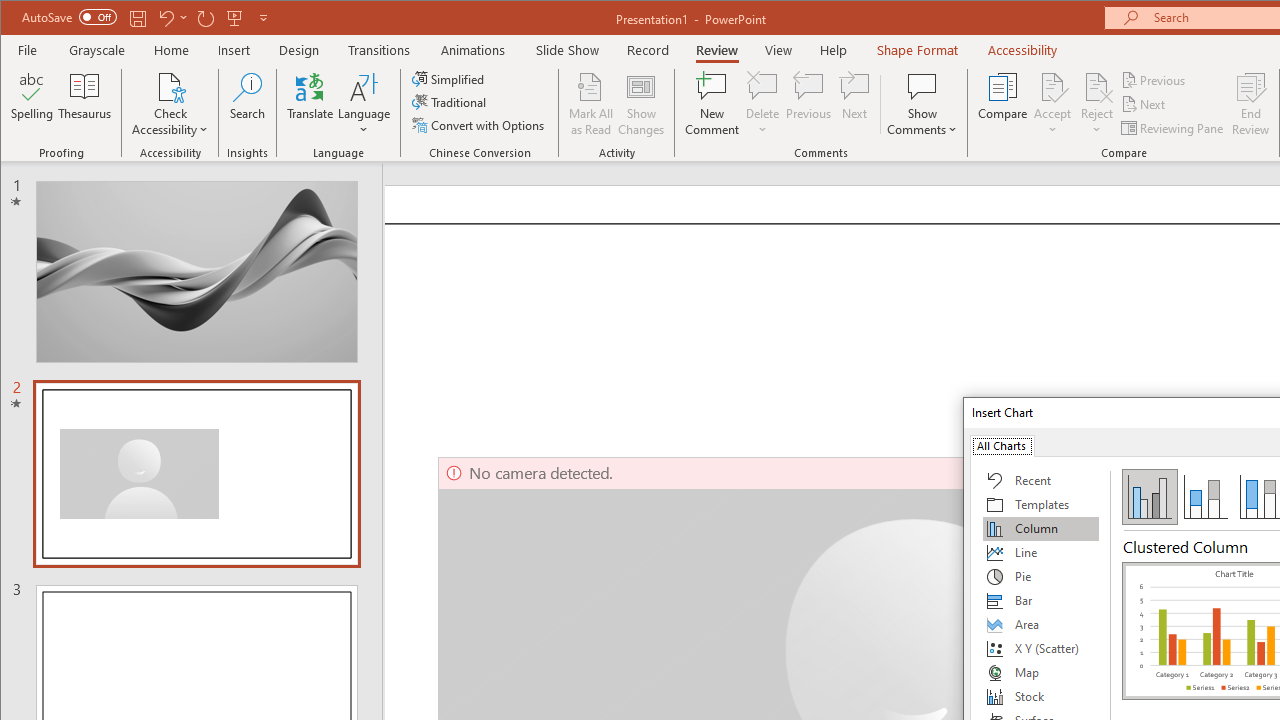 Image resolution: width=1280 pixels, height=720 pixels. I want to click on 'Reject', so click(1095, 104).